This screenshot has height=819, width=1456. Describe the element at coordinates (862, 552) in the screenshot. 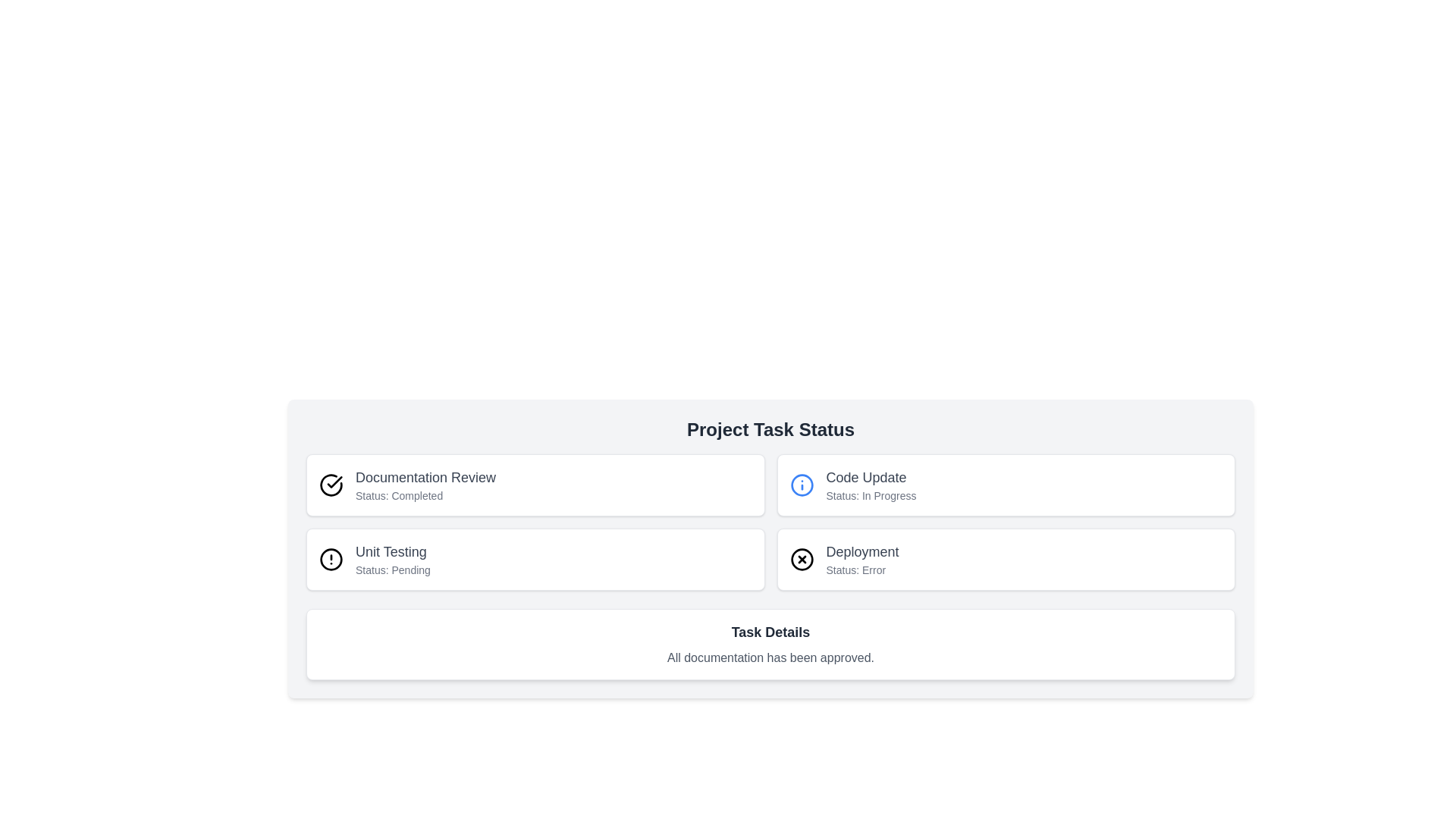

I see `the text label displaying 'Deployment', which is styled in gray as a heading in the lower right quadrant of the grid display, under the 'Code Update' section` at that location.